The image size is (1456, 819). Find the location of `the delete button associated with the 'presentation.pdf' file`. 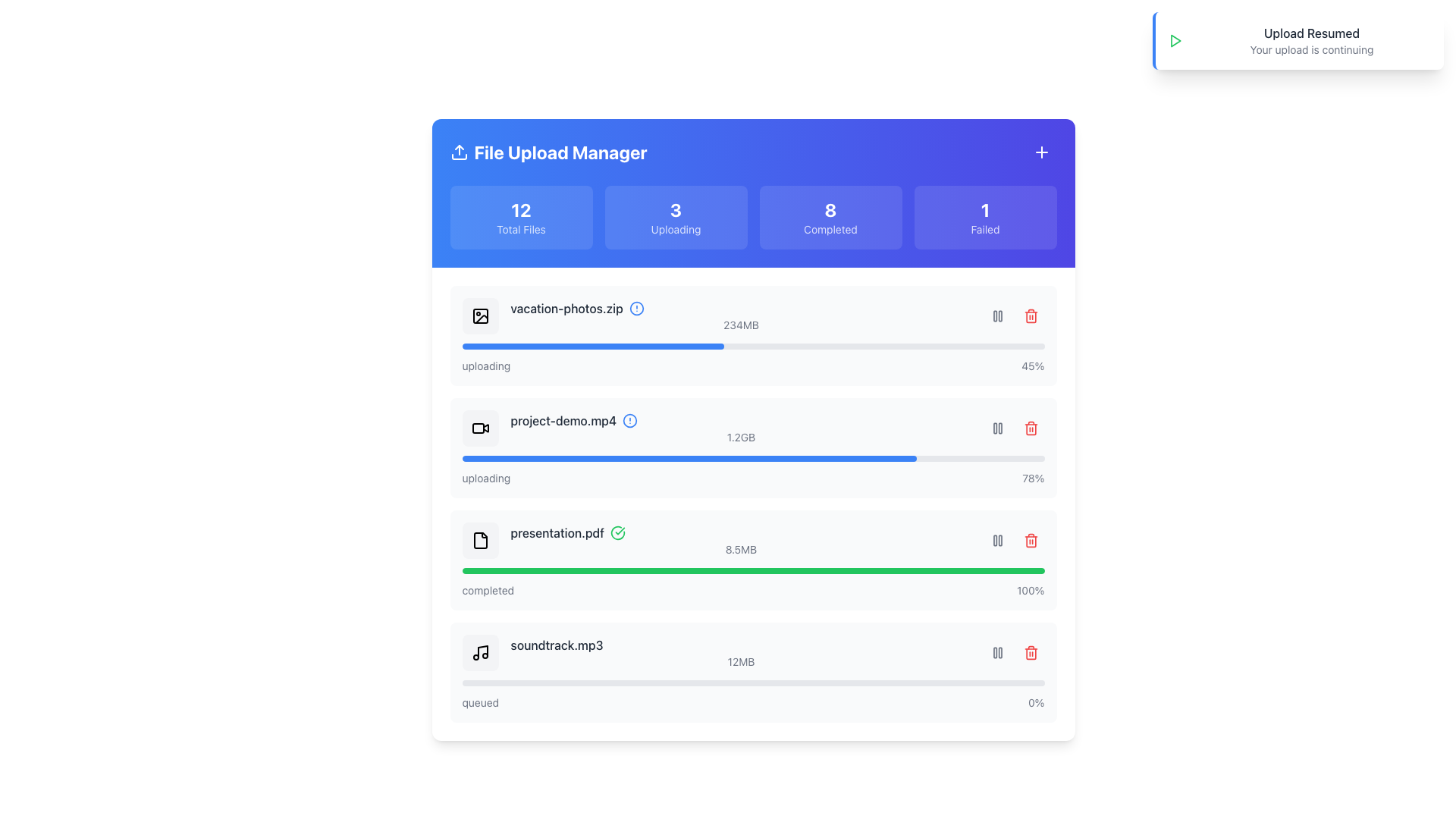

the delete button associated with the 'presentation.pdf' file is located at coordinates (1031, 540).